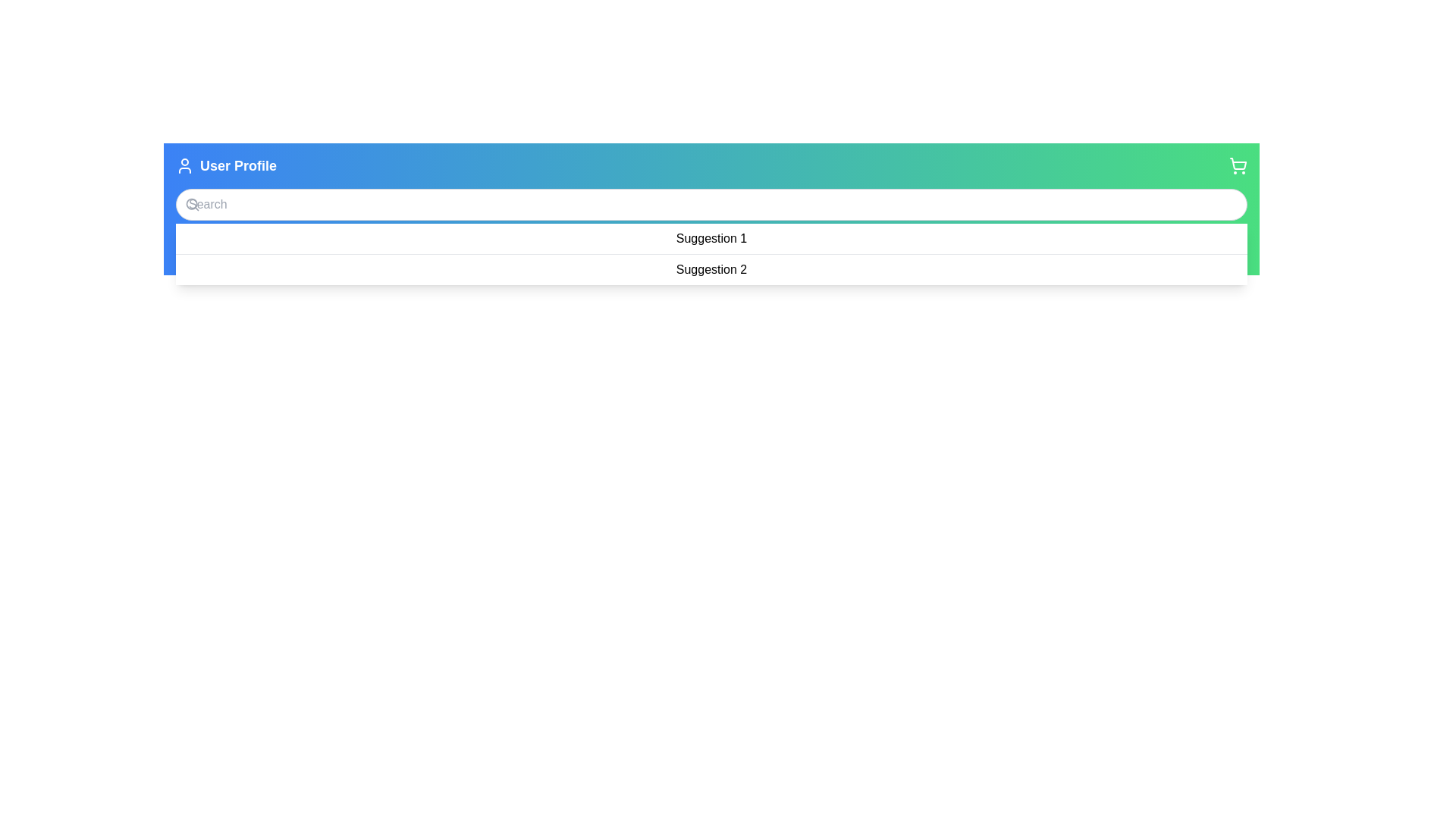 The image size is (1456, 819). What do you see at coordinates (225, 166) in the screenshot?
I see `the user profile representation label located on the left side of the topmost navigation bar` at bounding box center [225, 166].